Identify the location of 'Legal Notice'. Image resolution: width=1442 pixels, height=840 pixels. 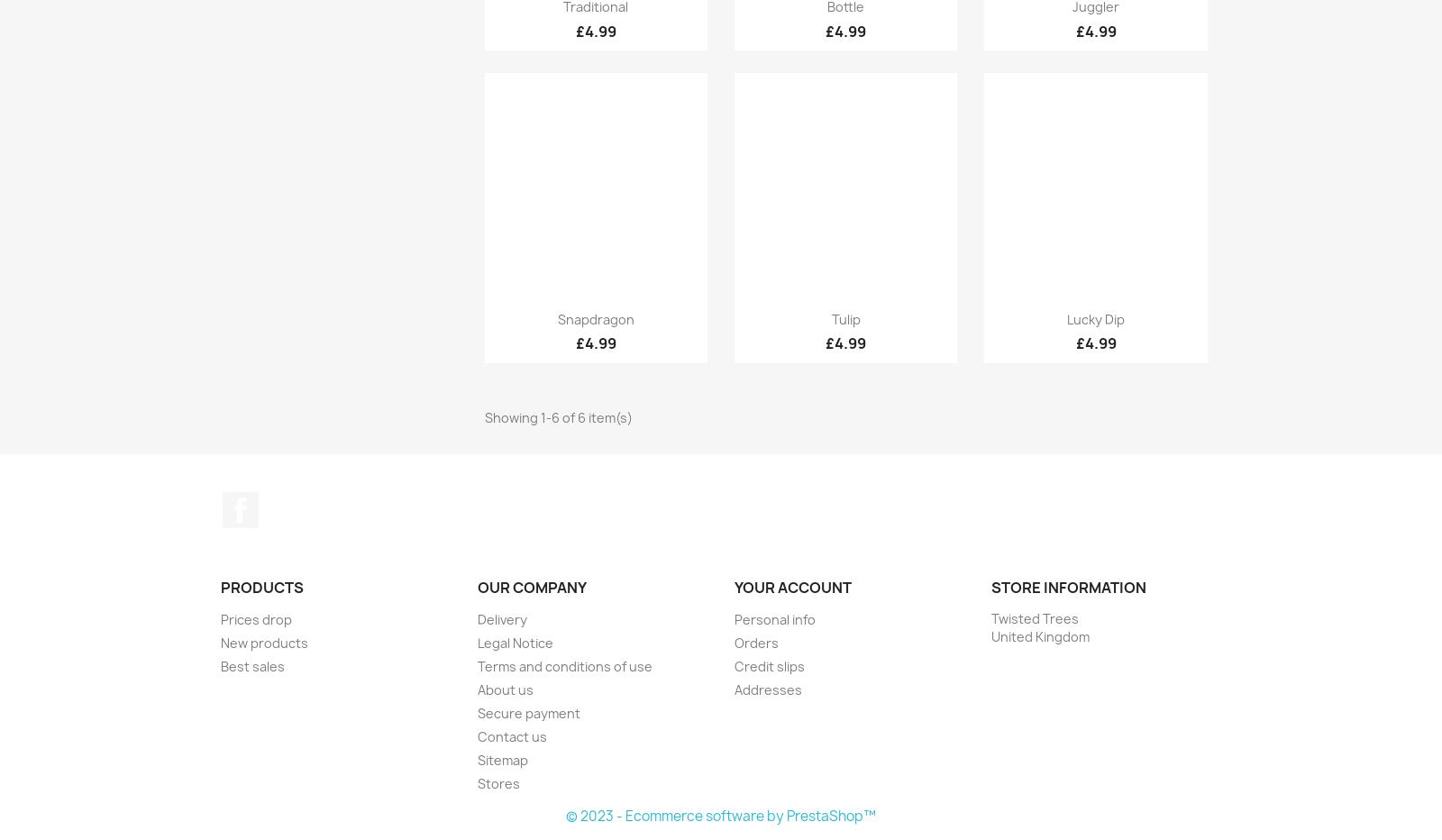
(515, 642).